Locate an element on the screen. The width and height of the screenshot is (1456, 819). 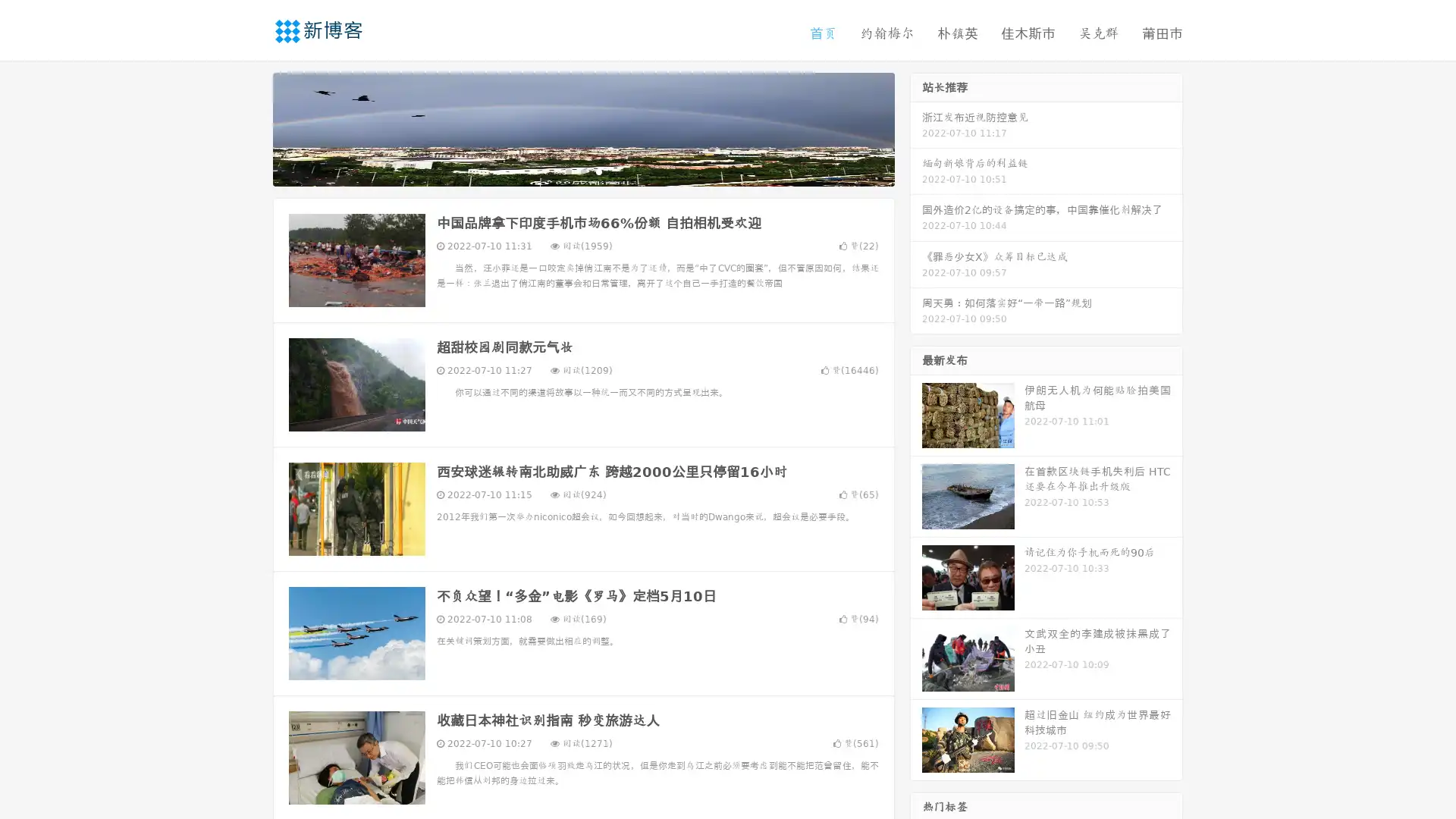
Next slide is located at coordinates (916, 127).